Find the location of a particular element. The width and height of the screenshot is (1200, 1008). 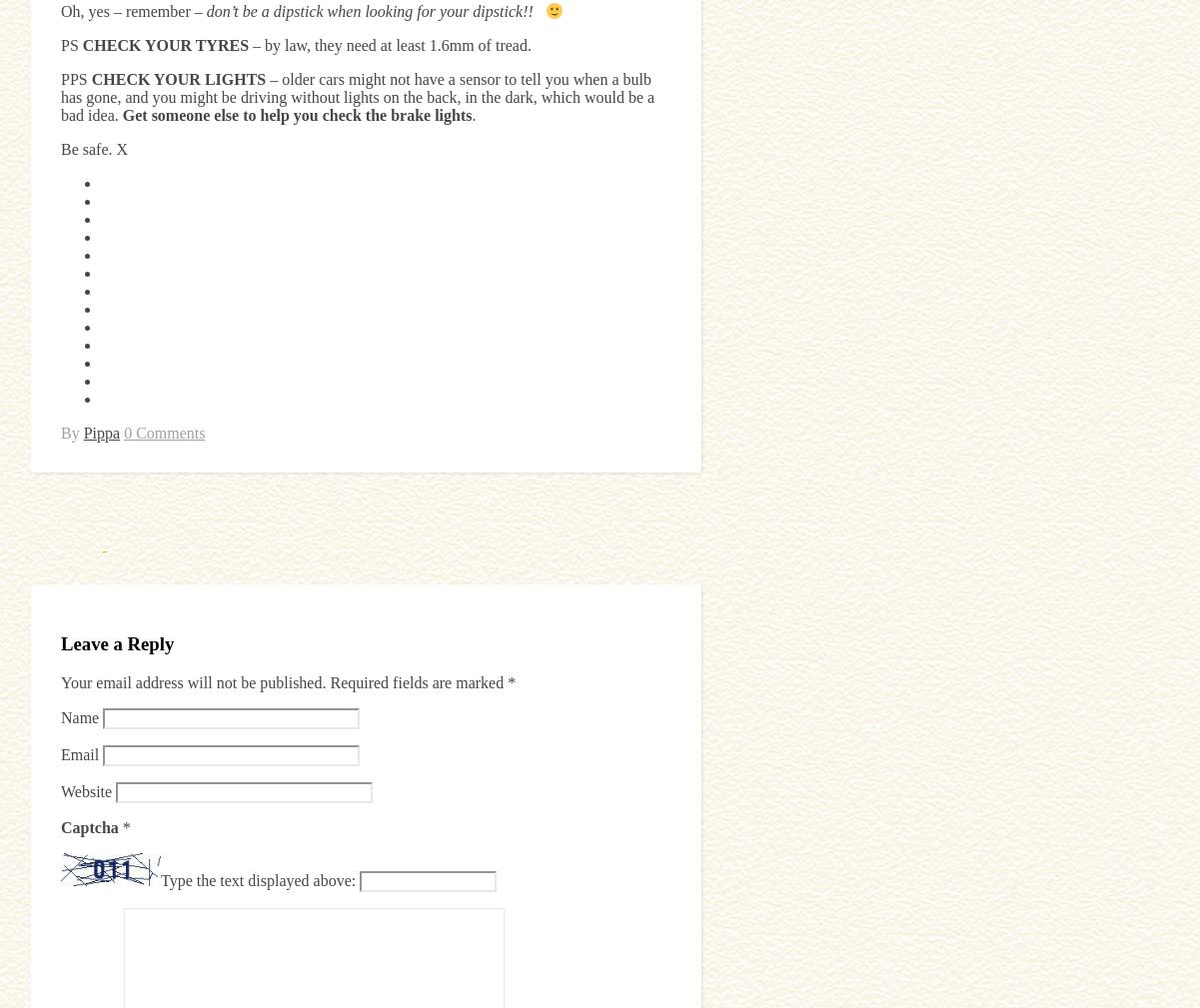

'PPS' is located at coordinates (61, 78).